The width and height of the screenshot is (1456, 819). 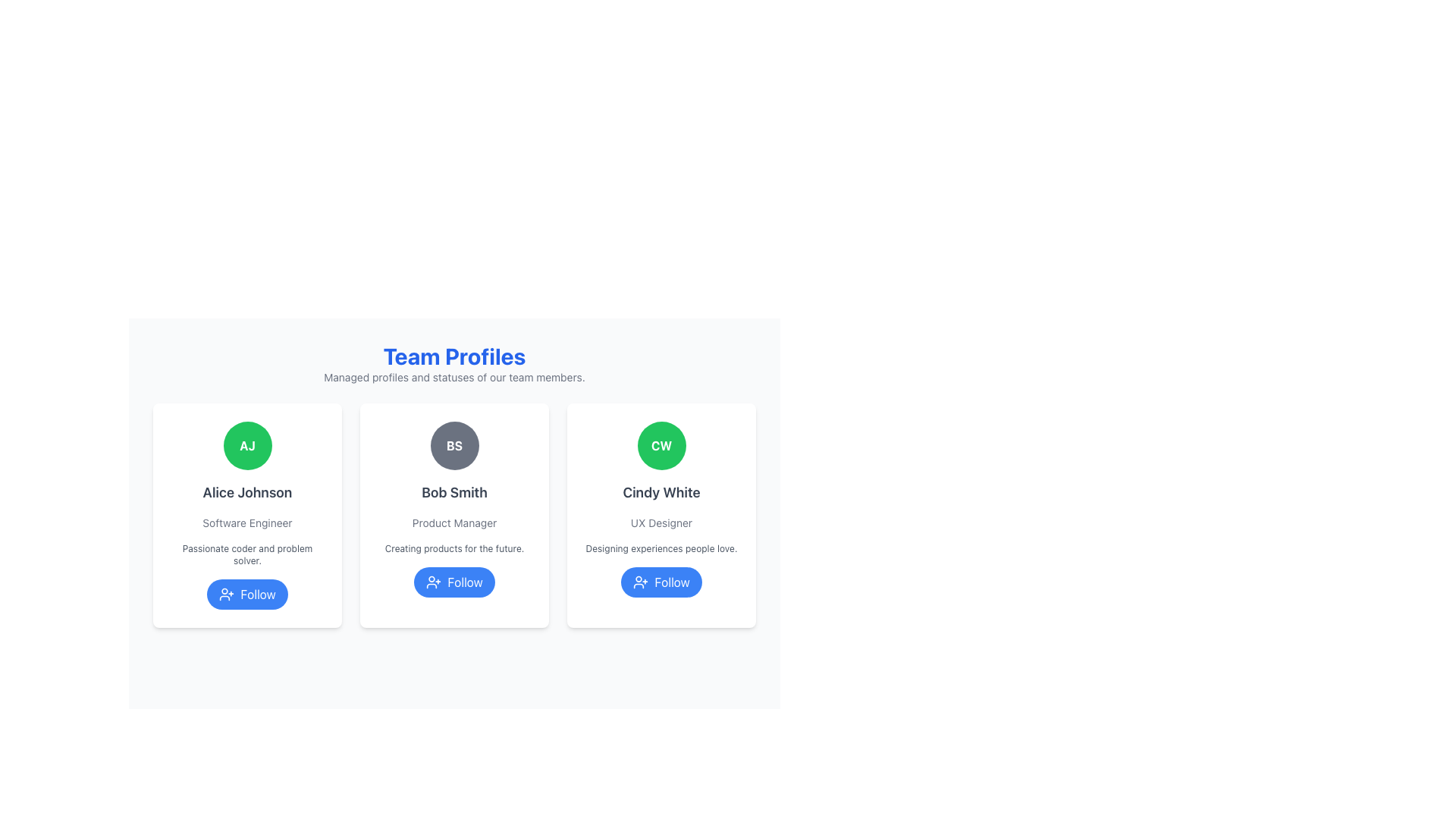 I want to click on the follow button located at the bottom of Bob Smith's profile card to establish a connection, so click(x=453, y=581).